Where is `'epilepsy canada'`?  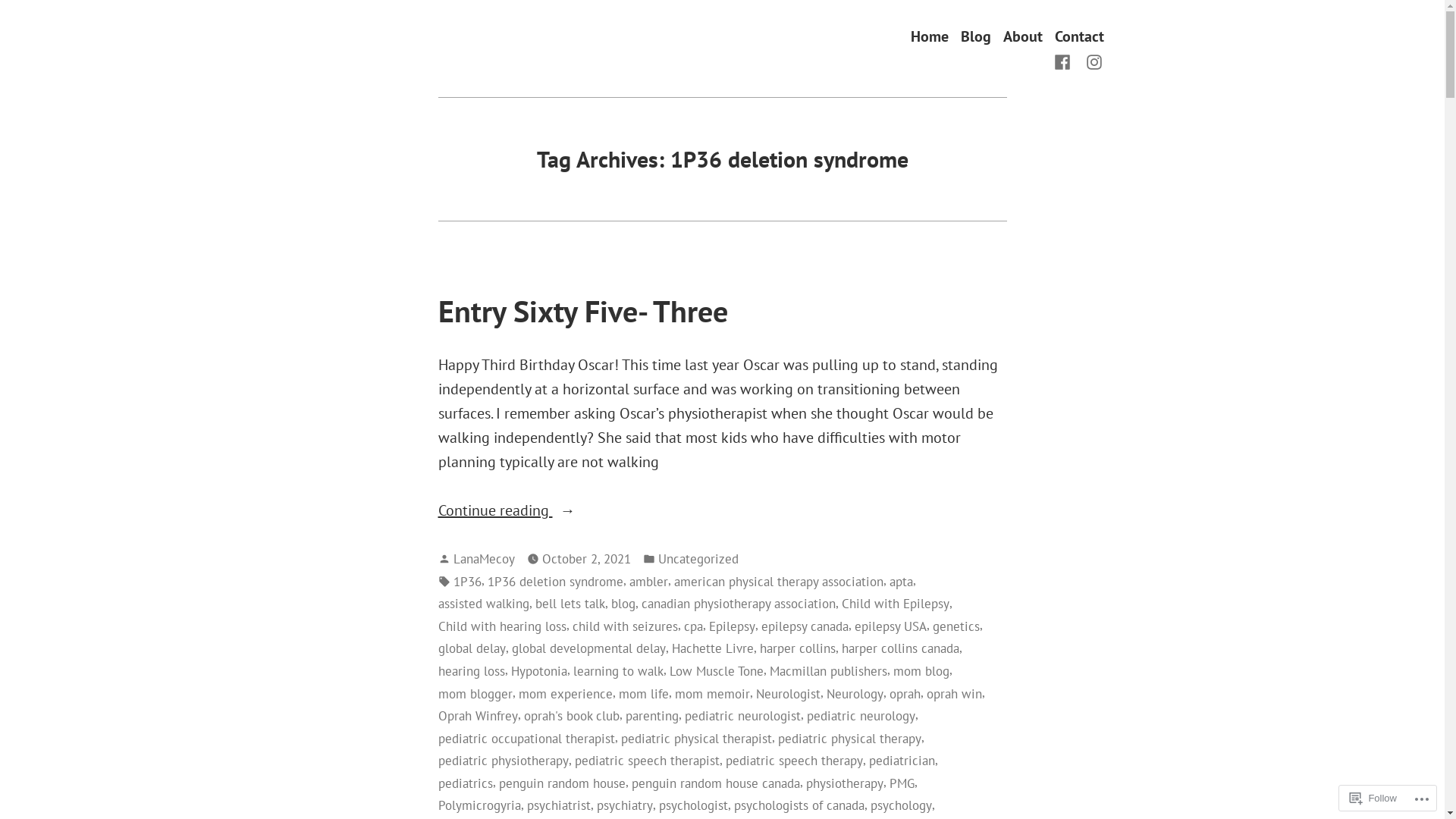 'epilepsy canada' is located at coordinates (804, 626).